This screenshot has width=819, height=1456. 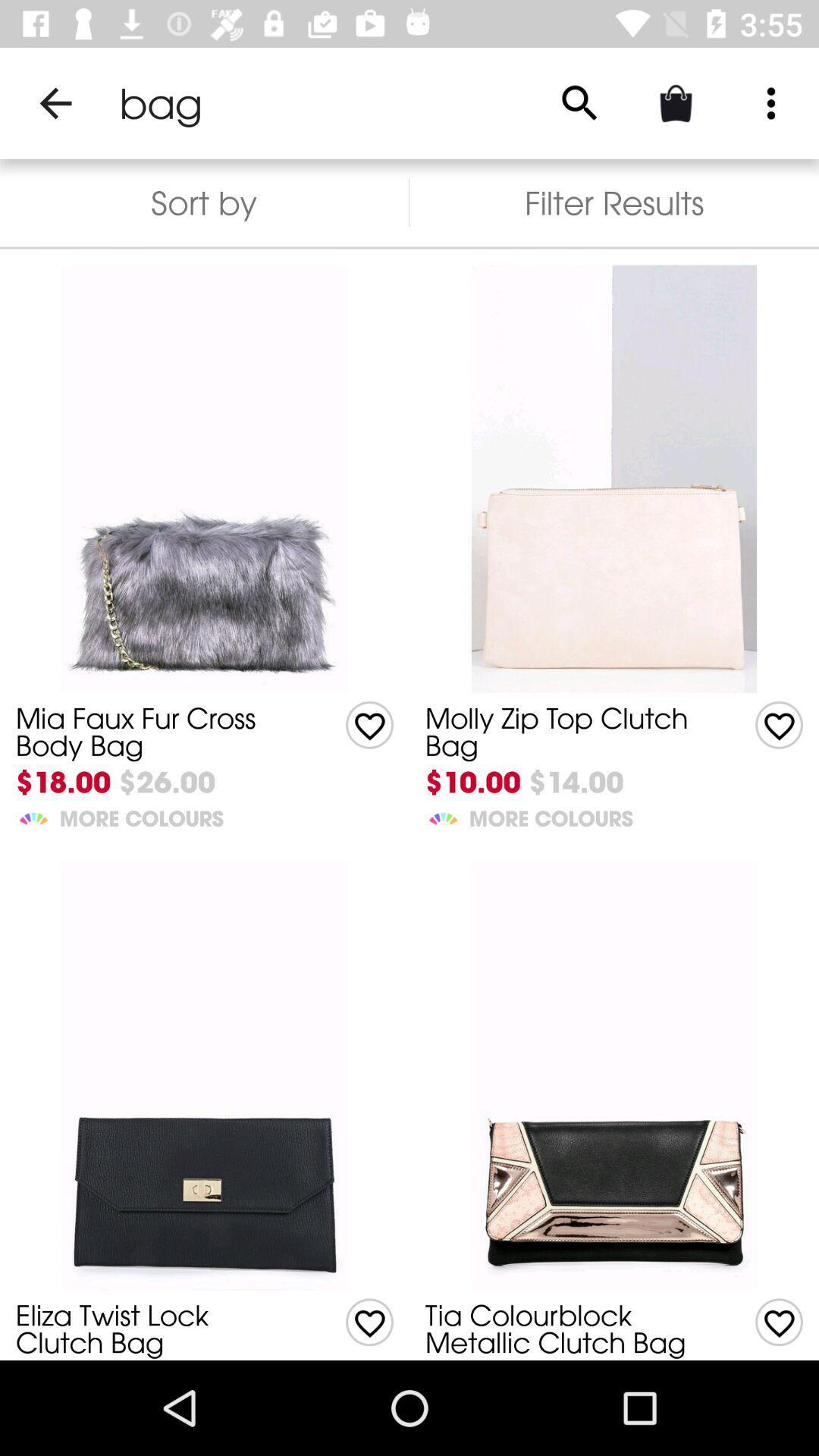 What do you see at coordinates (33, 814) in the screenshot?
I see `the item below $18.00 item` at bounding box center [33, 814].